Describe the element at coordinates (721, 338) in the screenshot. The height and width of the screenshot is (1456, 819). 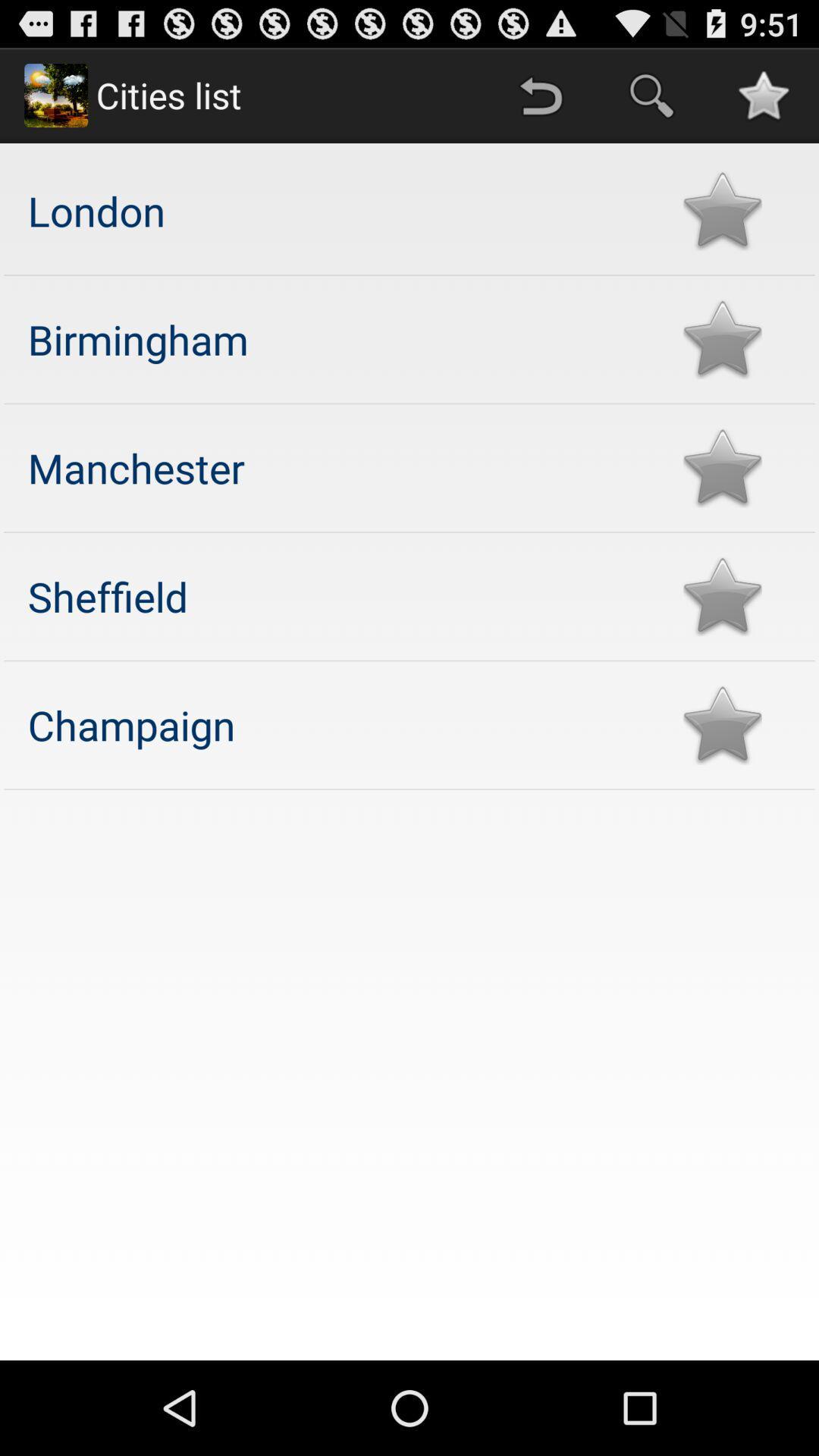
I see `rate the best` at that location.